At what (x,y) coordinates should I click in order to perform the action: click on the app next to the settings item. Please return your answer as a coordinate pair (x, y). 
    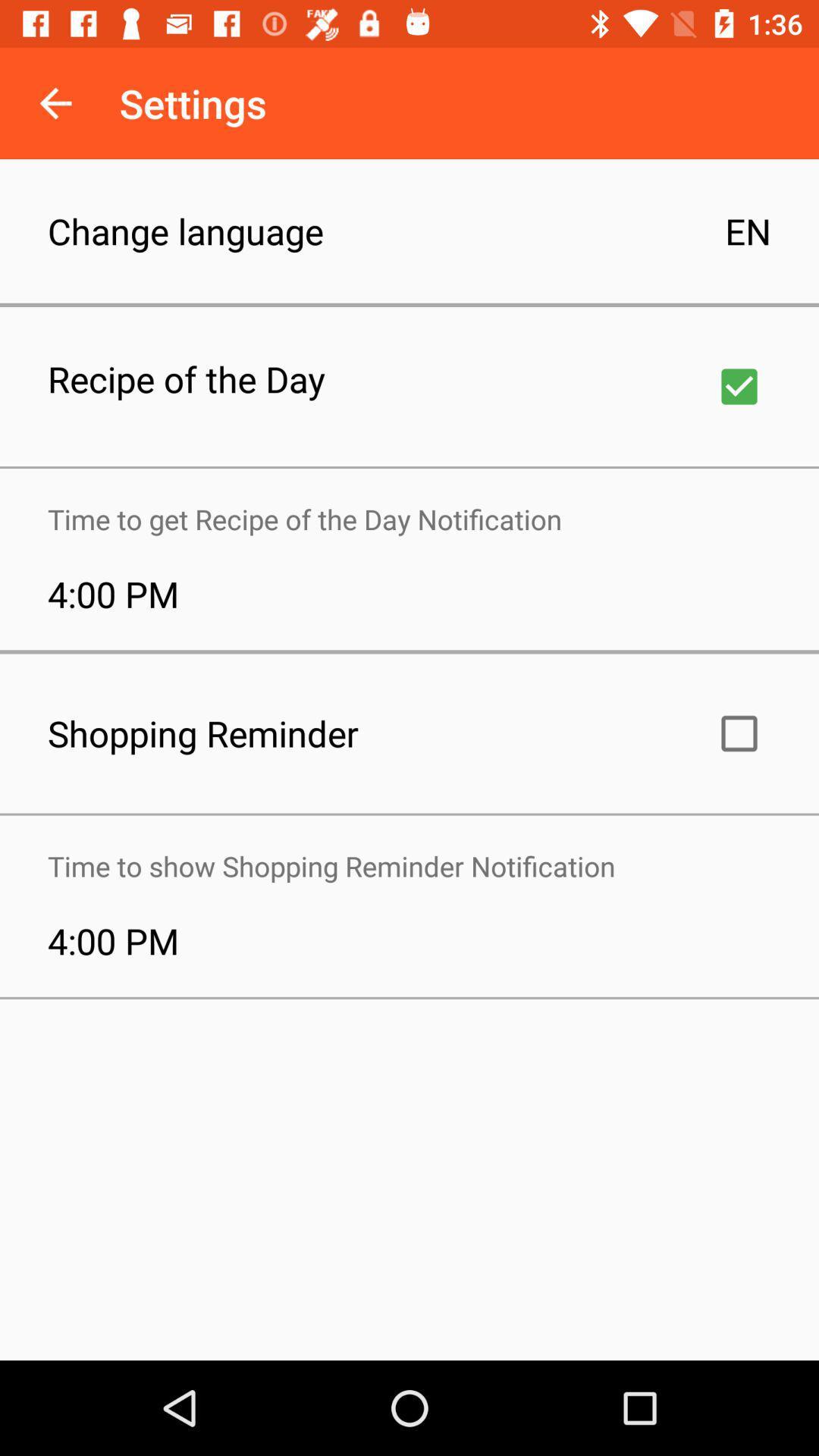
    Looking at the image, I should click on (55, 102).